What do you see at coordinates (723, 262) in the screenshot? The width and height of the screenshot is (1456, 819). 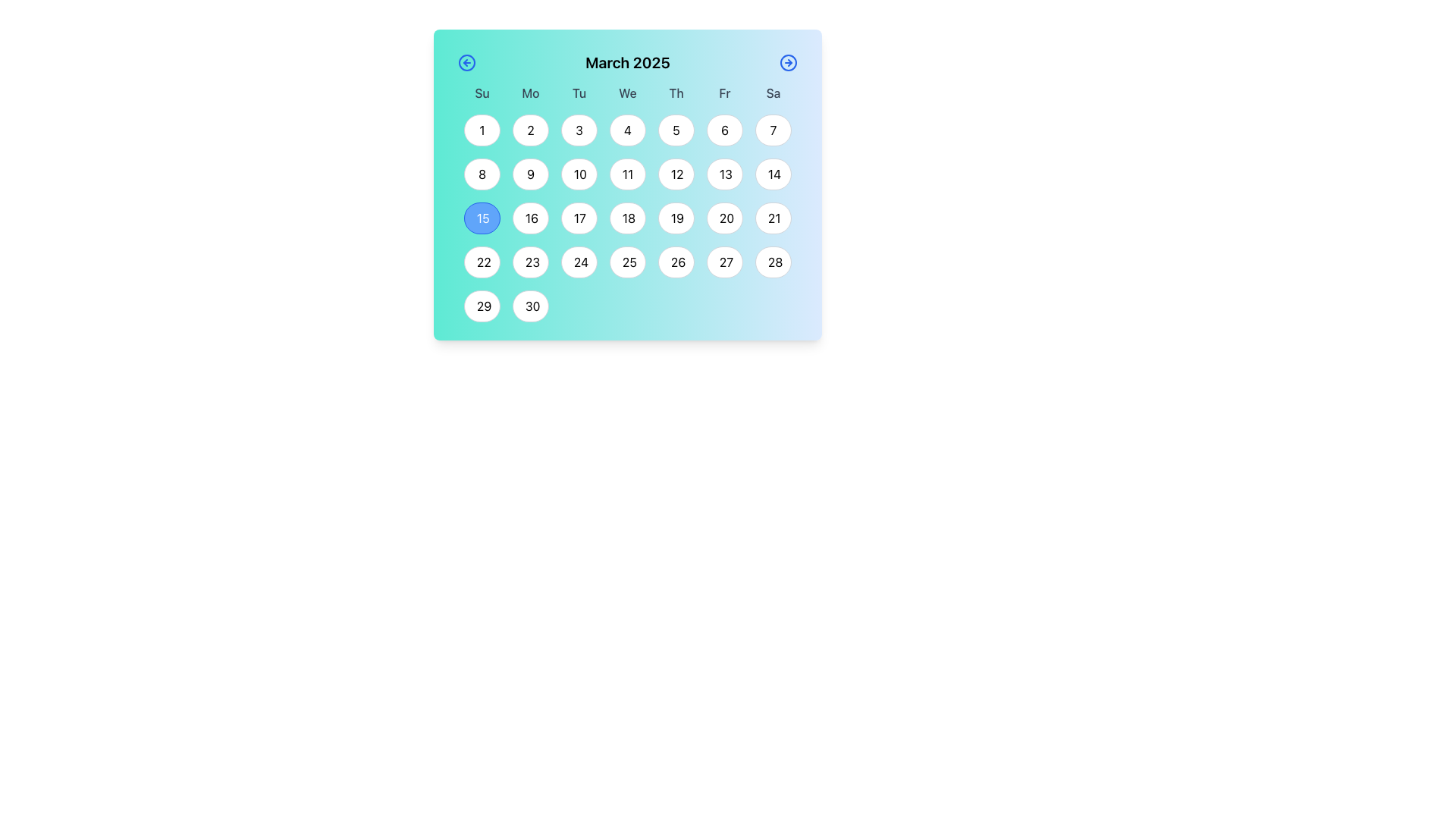 I see `the small circular button labeled '27' in the calendar grid` at bounding box center [723, 262].